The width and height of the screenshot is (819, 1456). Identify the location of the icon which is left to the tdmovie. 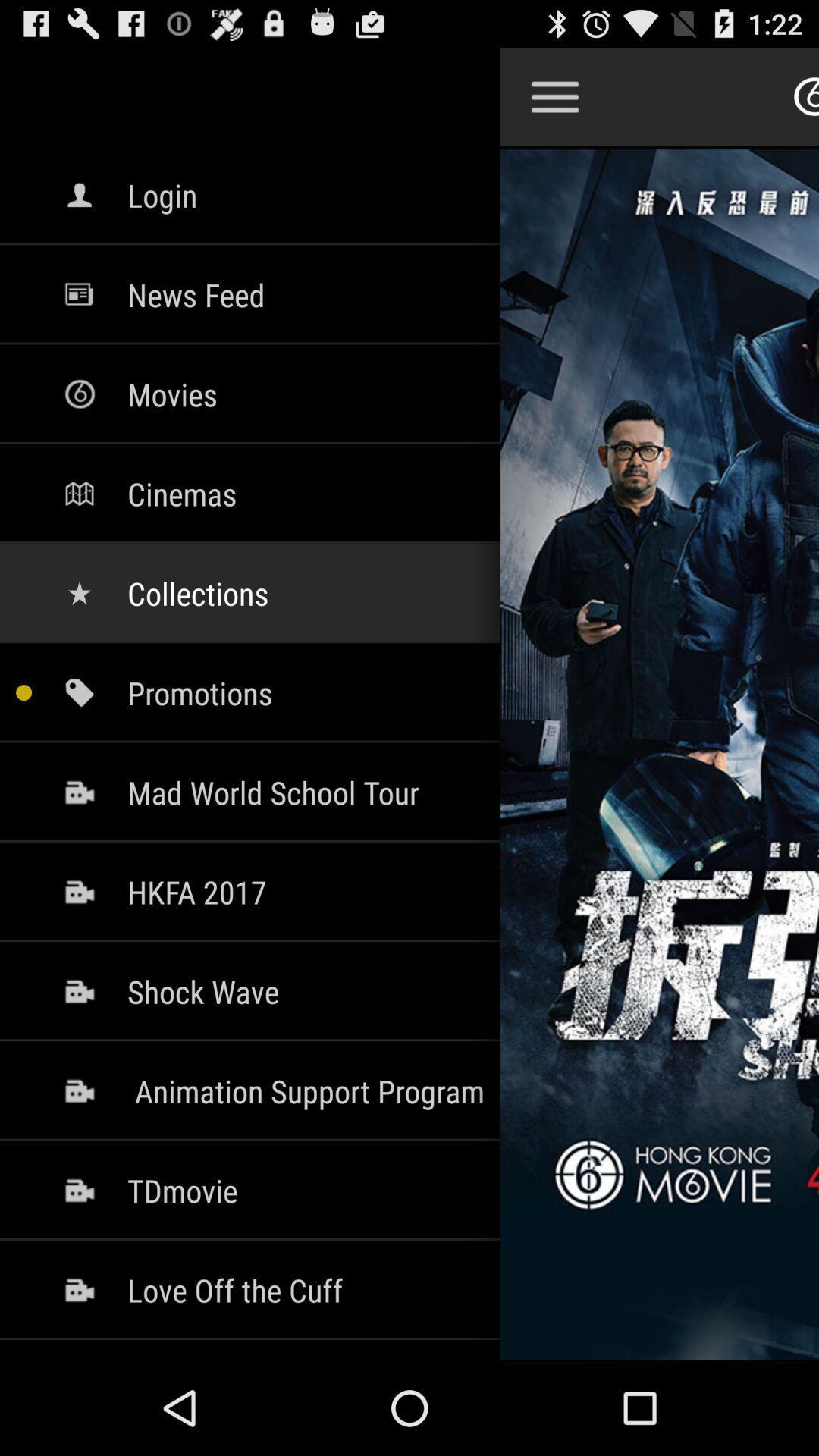
(79, 1189).